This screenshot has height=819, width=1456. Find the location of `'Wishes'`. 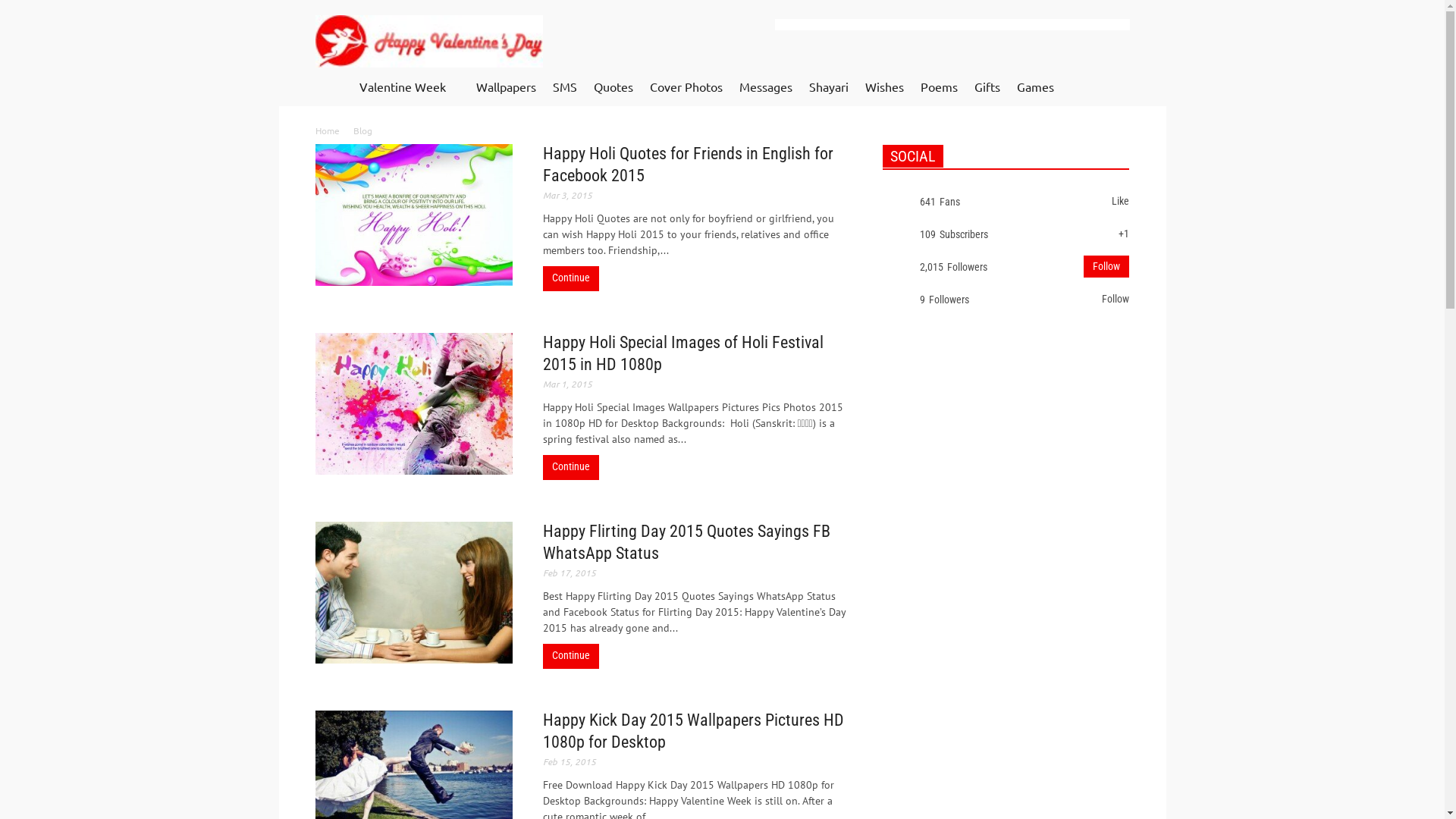

'Wishes' is located at coordinates (884, 87).